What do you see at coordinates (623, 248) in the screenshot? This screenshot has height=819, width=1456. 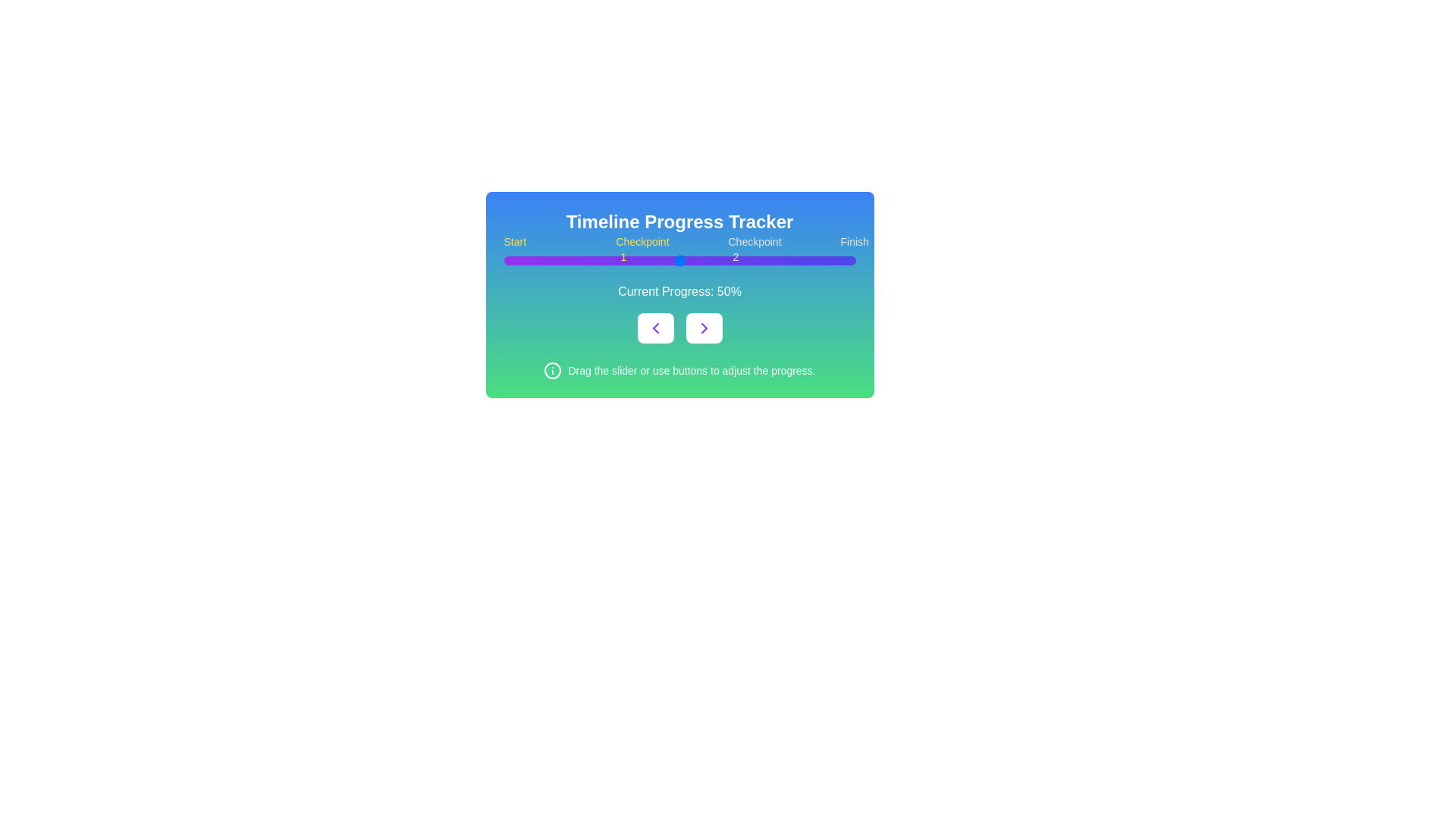 I see `the Informational Label displaying the text 'Checkpoint 1', which is centrally aligned on a blue background with yellow text, positioned between 'Start' and 'Checkpoint 2'` at bounding box center [623, 248].